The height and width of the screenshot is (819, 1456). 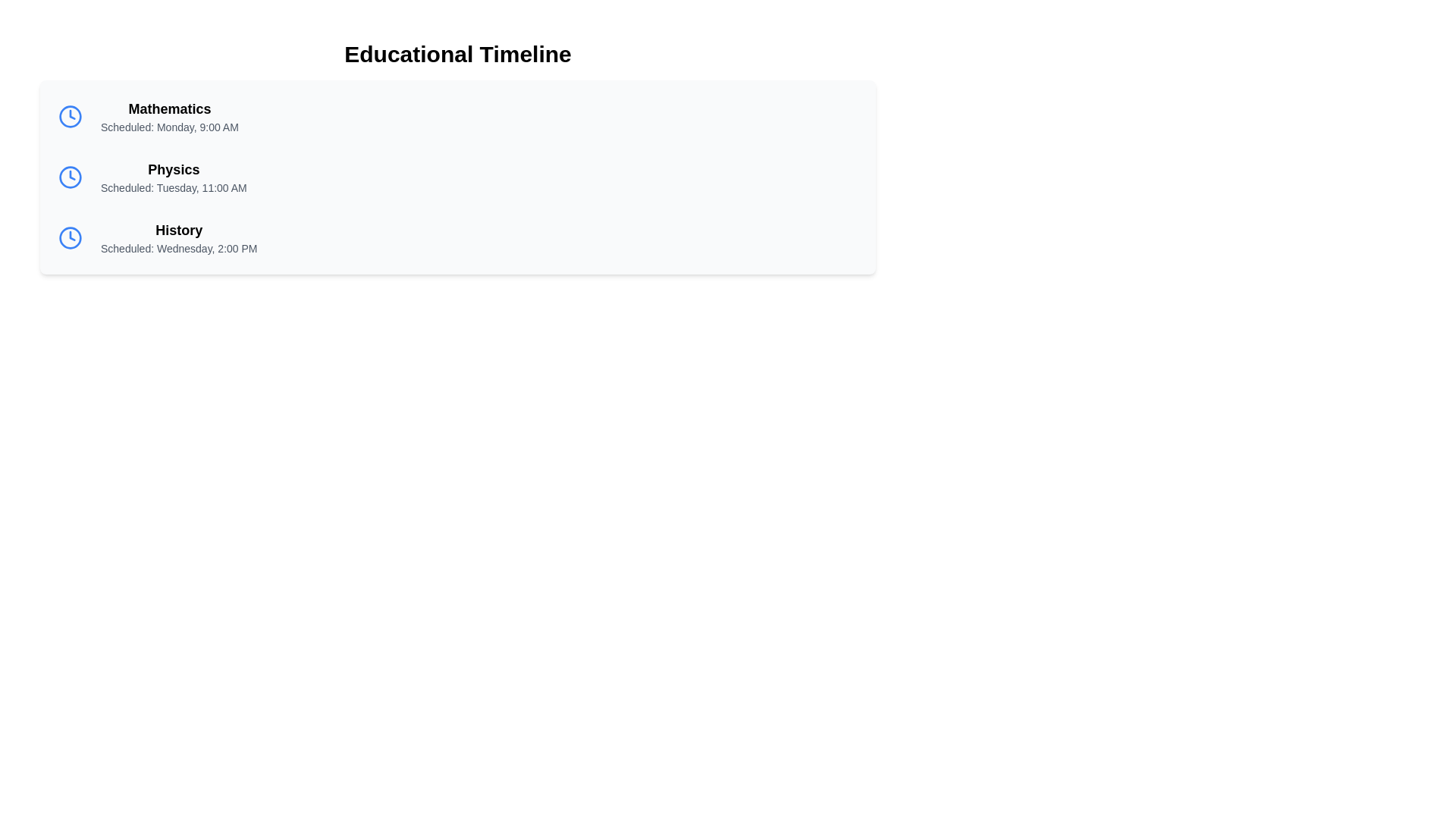 I want to click on the static text label displaying 'Scheduled: Wednesday, 2:00 PM', which is located below the 'History' title in the Educational Timeline section, so click(x=179, y=247).